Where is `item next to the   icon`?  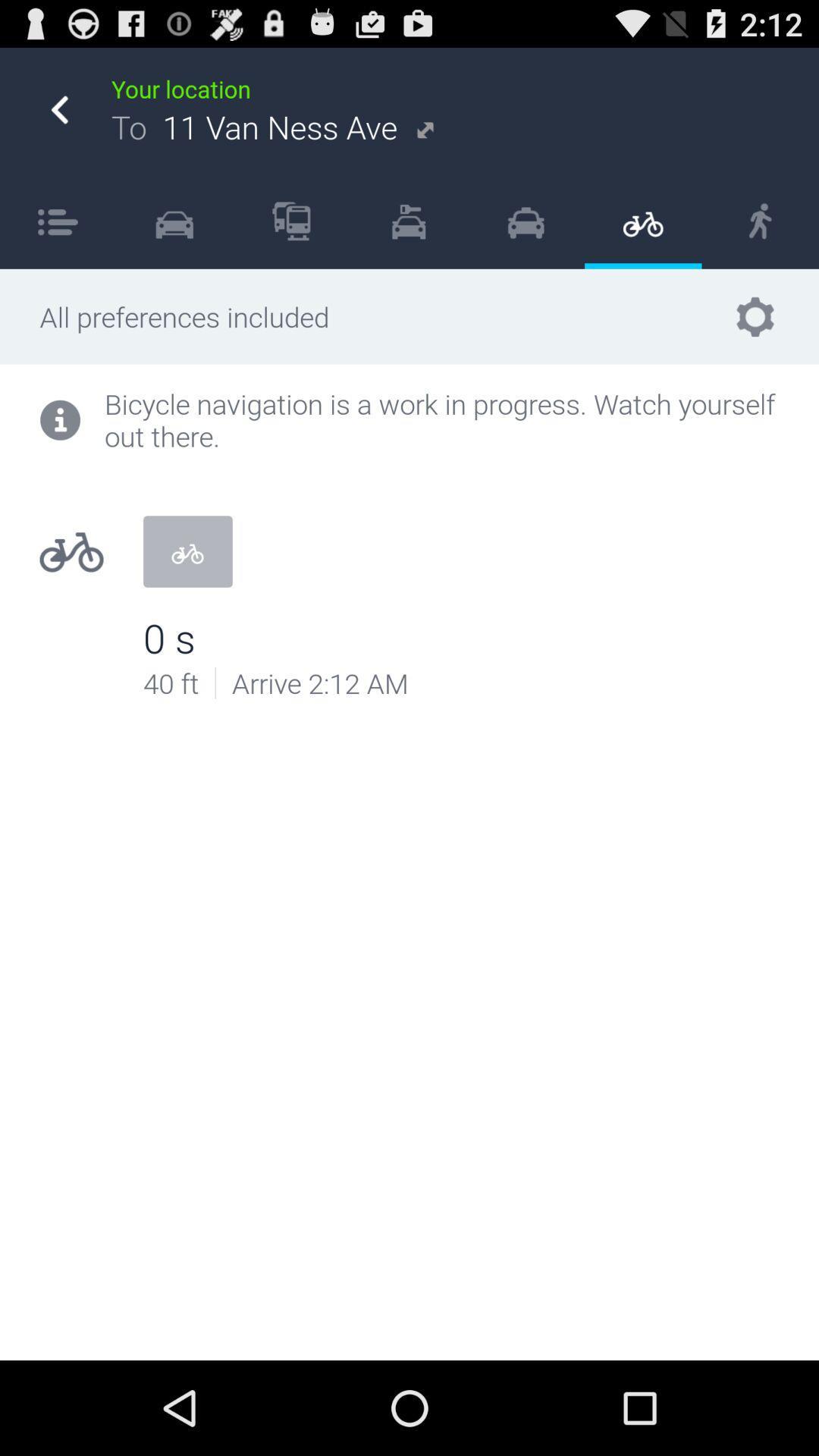
item next to the   icon is located at coordinates (408, 220).